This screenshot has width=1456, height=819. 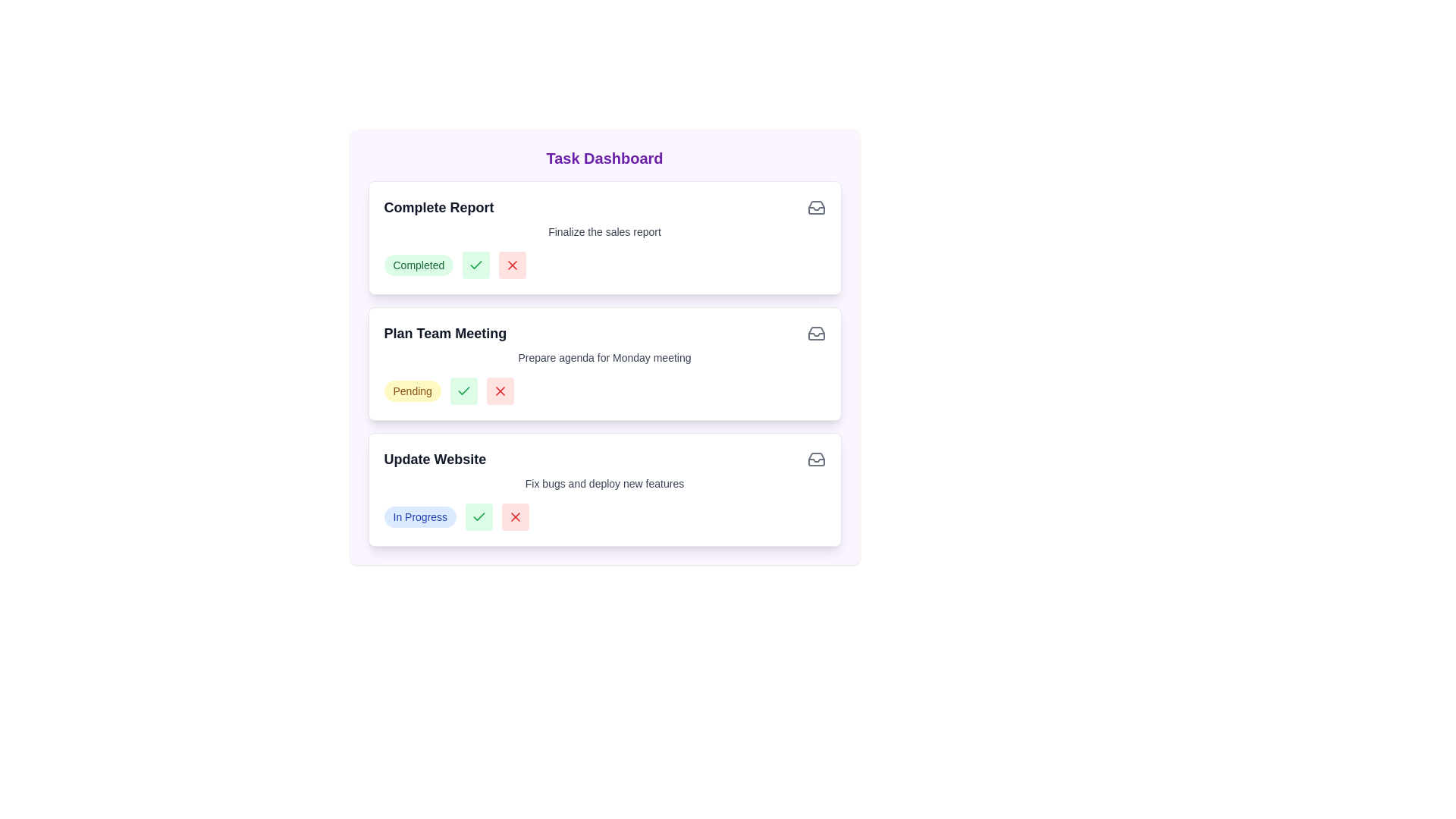 I want to click on the task titled 'Complete Report' to view its details, so click(x=438, y=207).